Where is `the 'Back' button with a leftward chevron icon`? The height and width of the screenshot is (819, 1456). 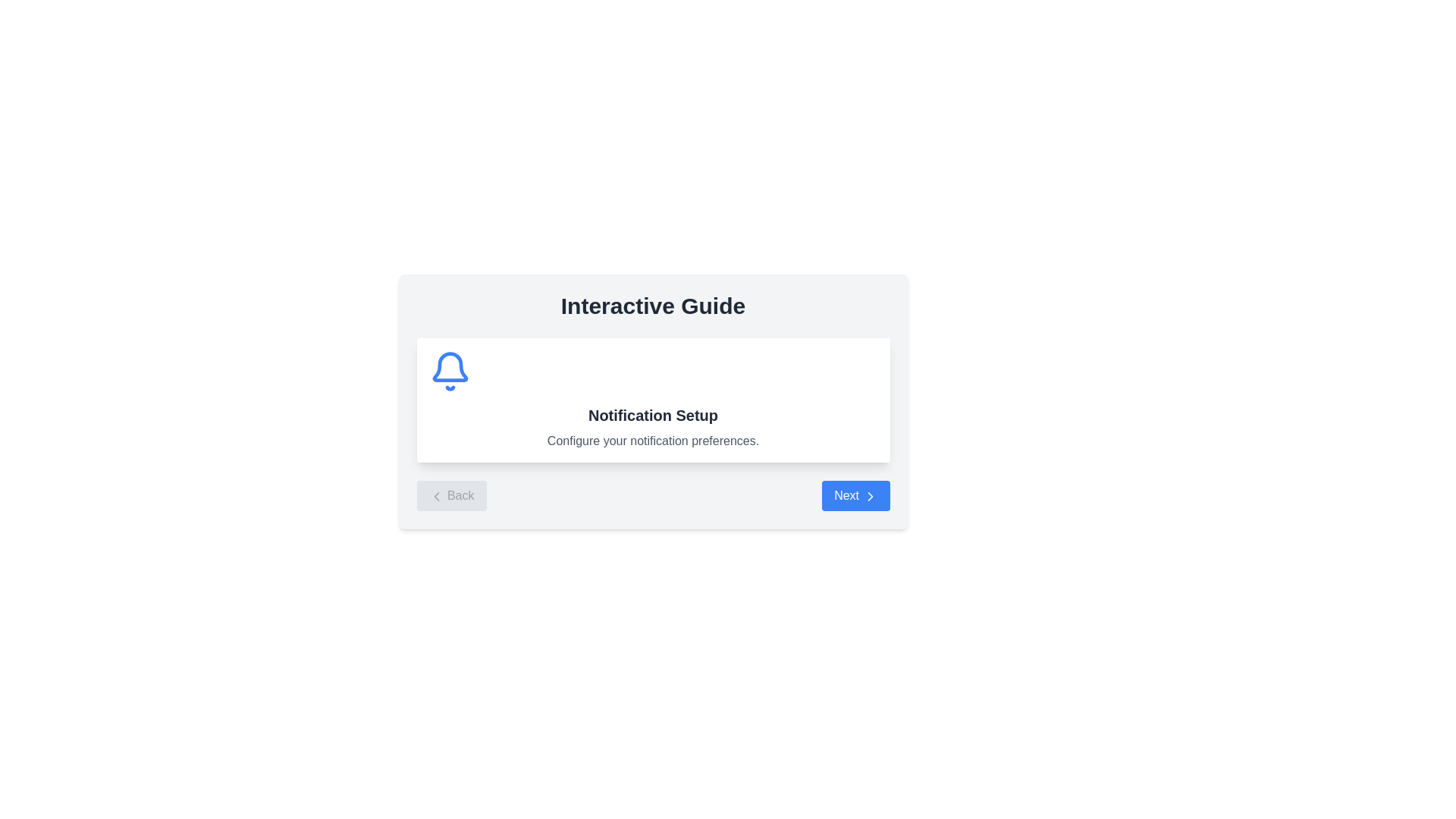 the 'Back' button with a leftward chevron icon is located at coordinates (450, 496).